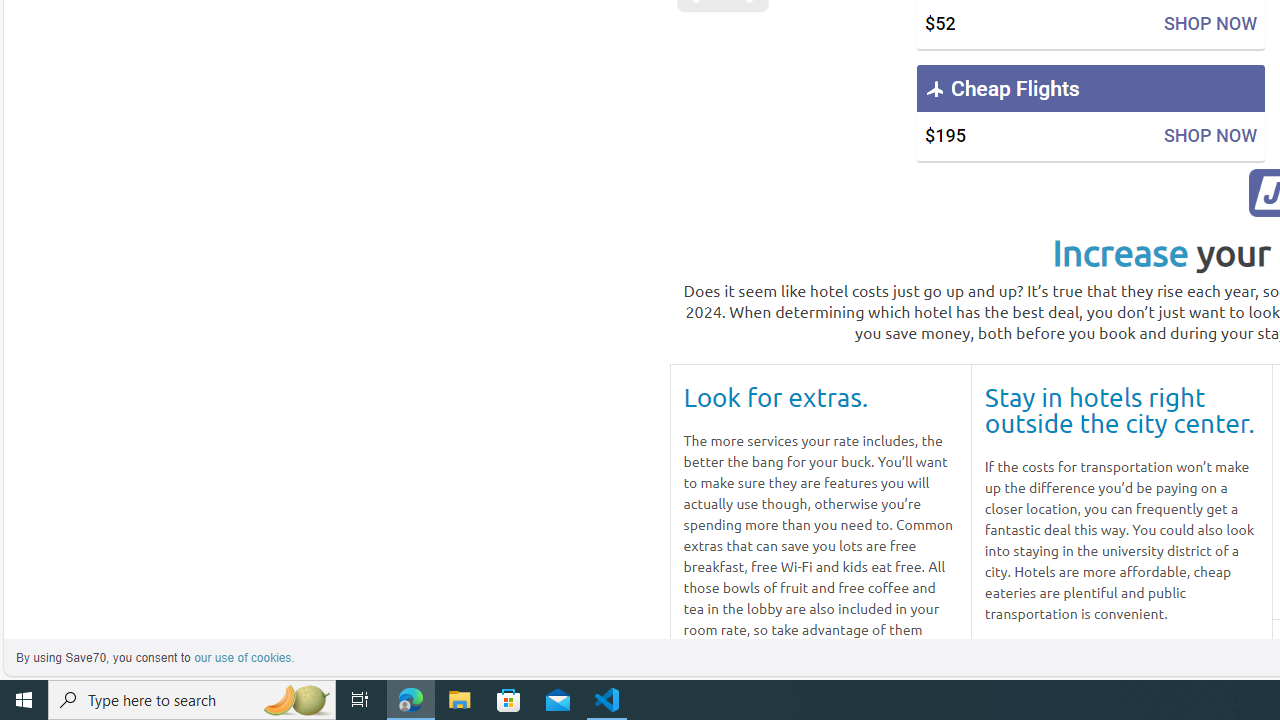 The image size is (1280, 720). I want to click on 'learn more about cookies', so click(243, 657).